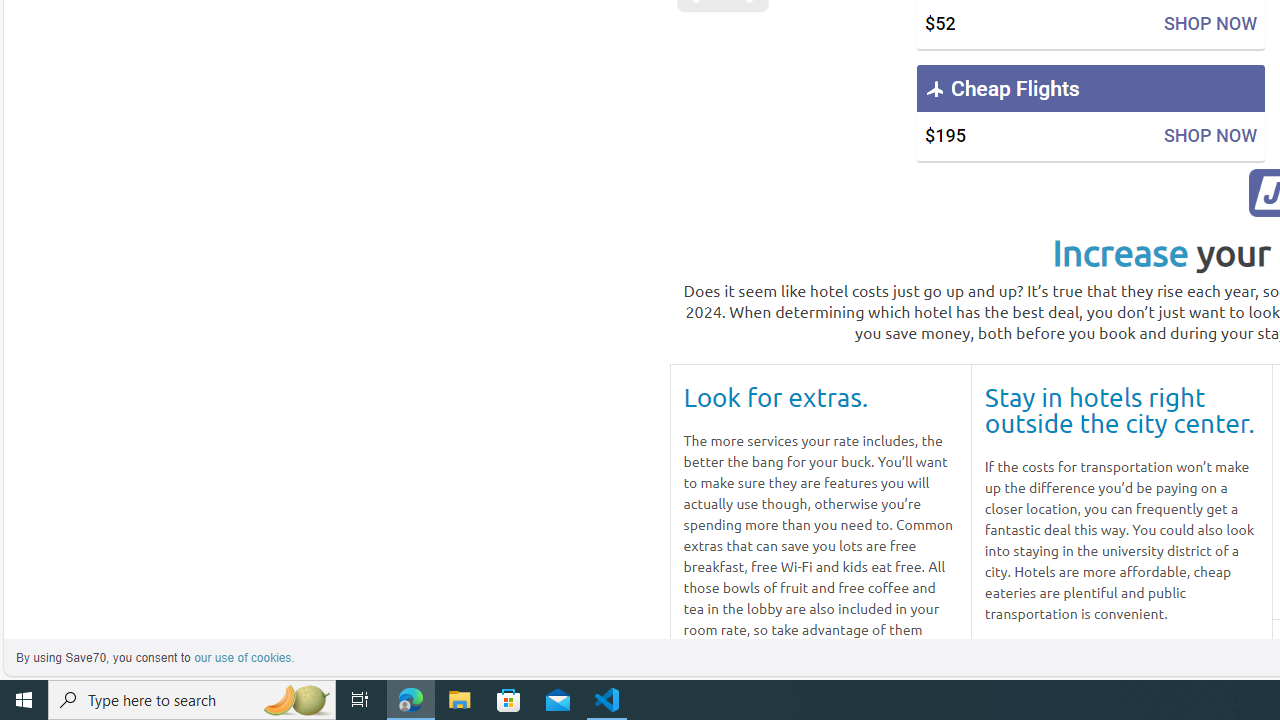 The image size is (1280, 720). I want to click on 'learn more about cookies', so click(243, 657).